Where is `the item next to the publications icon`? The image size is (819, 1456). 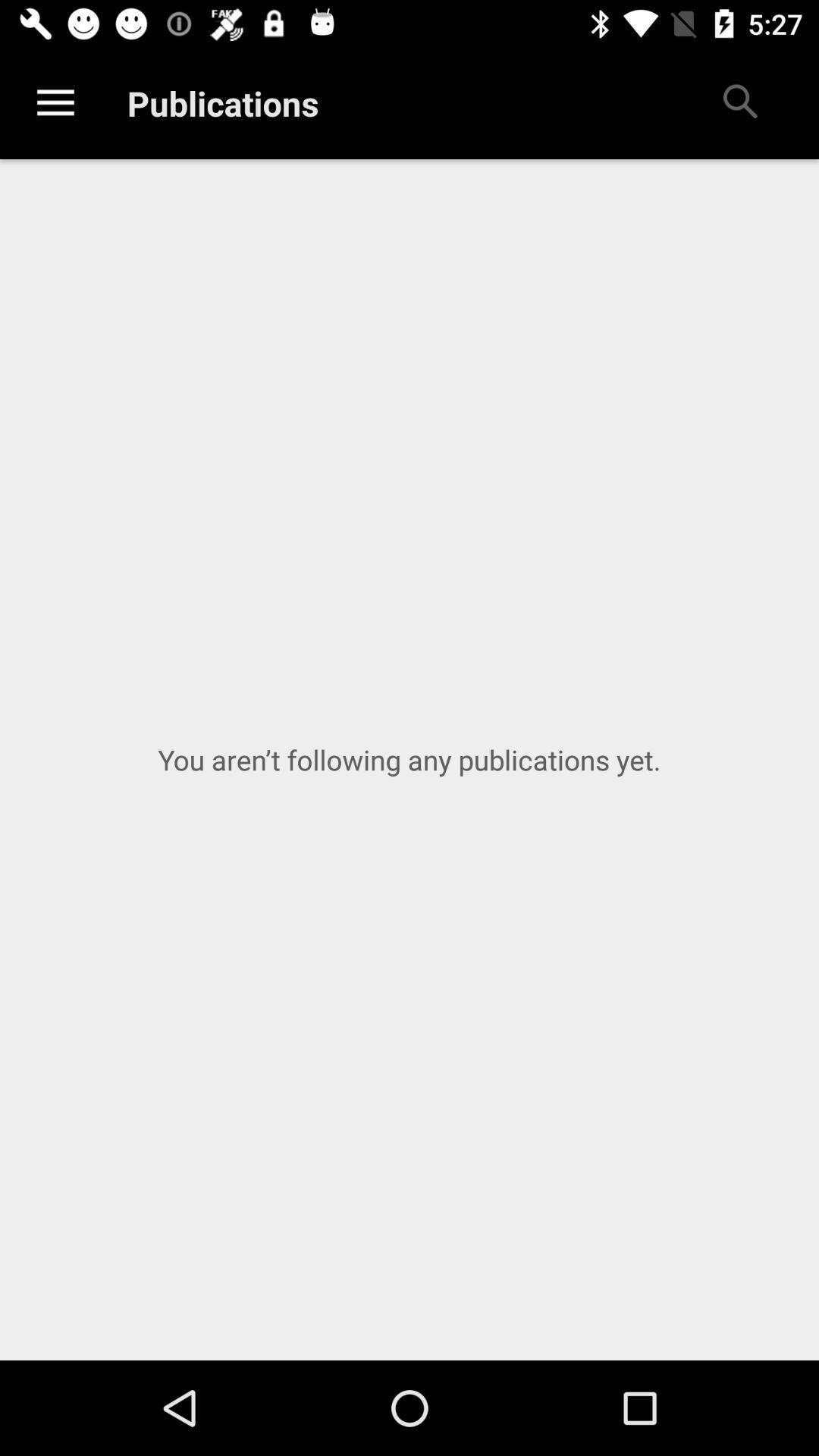
the item next to the publications icon is located at coordinates (55, 102).